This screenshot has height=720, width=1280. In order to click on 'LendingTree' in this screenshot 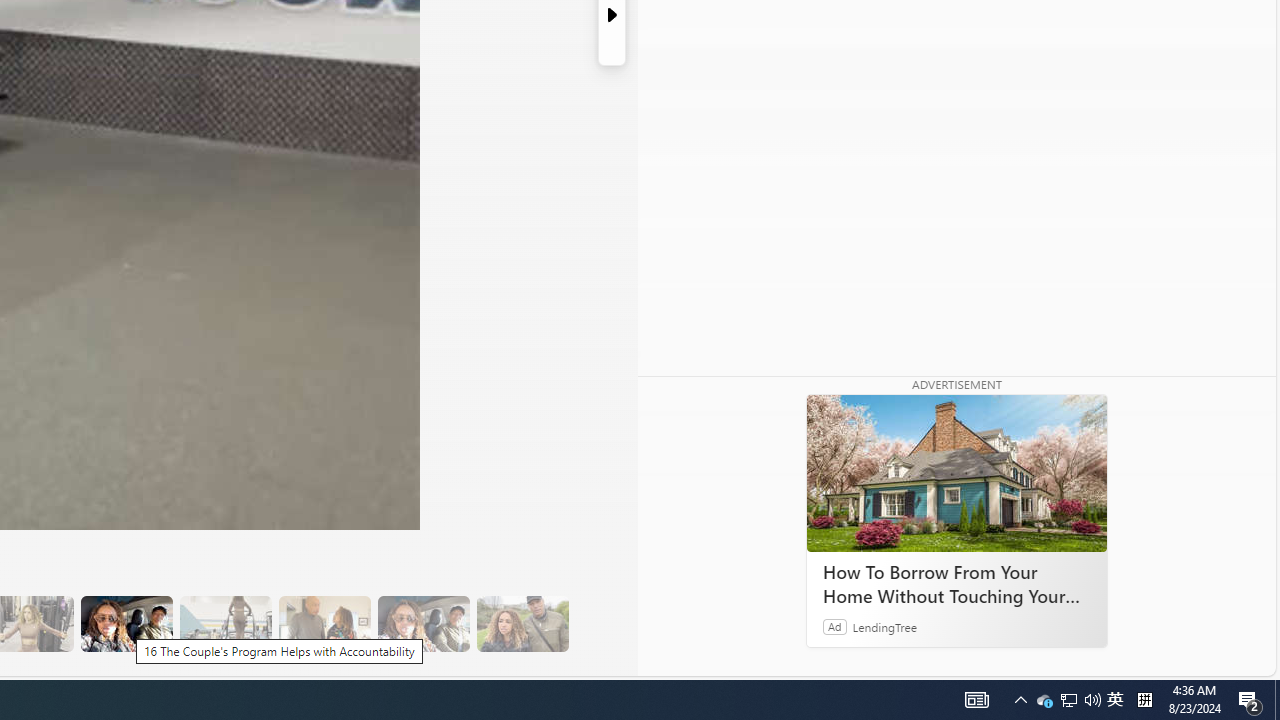, I will do `click(884, 625)`.